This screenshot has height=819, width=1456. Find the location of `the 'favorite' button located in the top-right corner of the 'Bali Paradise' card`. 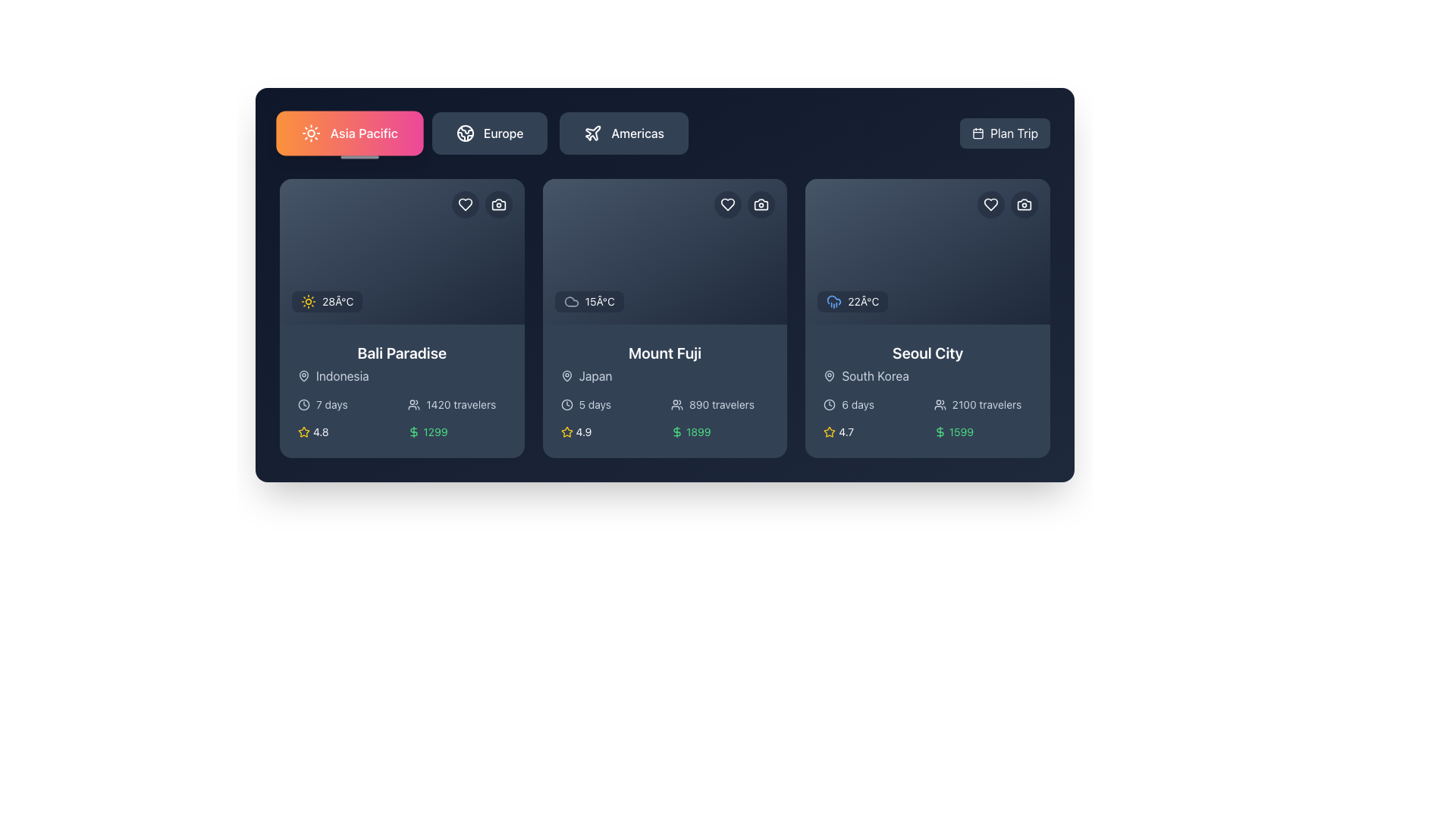

the 'favorite' button located in the top-right corner of the 'Bali Paradise' card is located at coordinates (464, 205).